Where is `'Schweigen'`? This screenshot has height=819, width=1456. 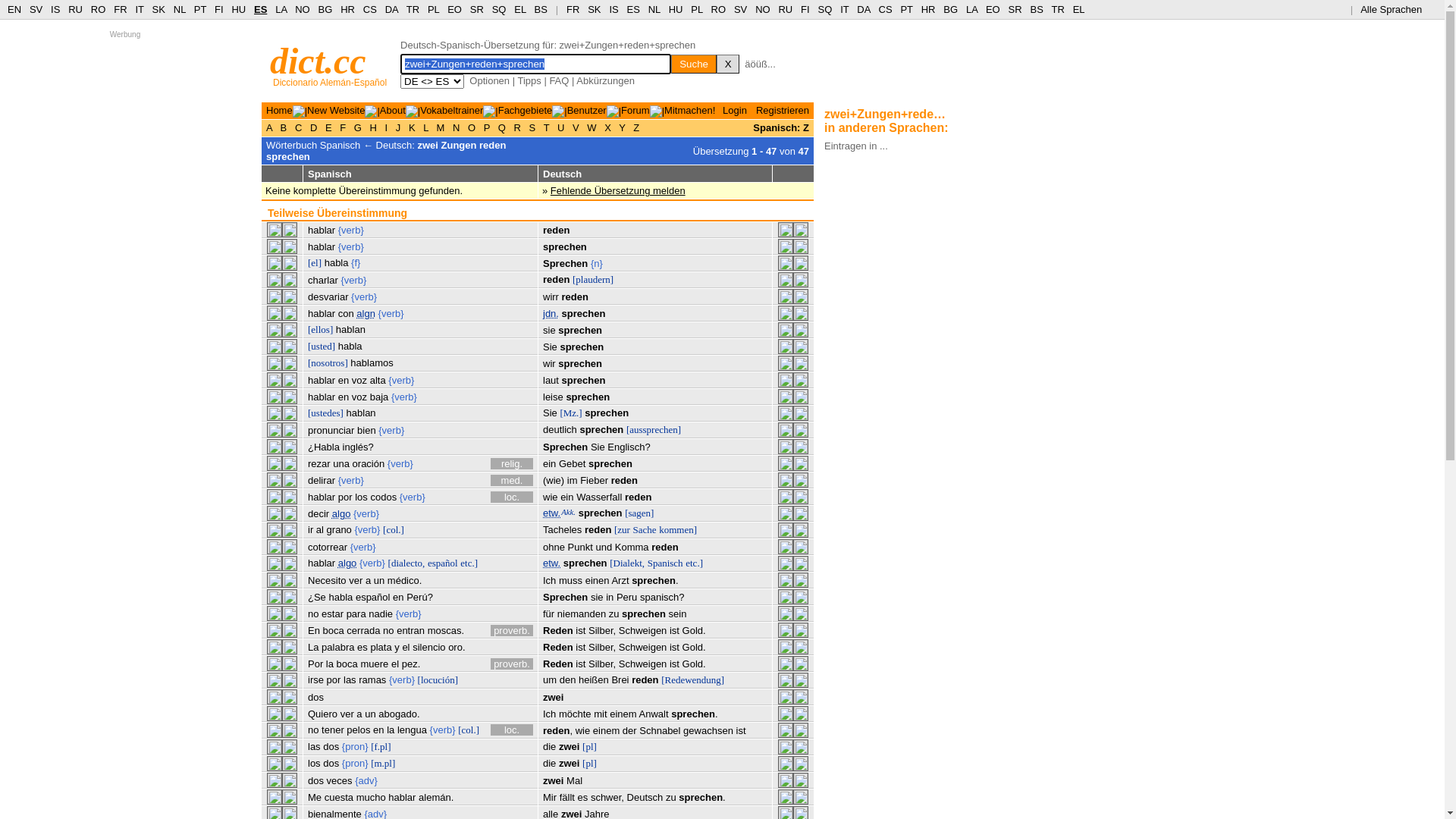
'Schweigen' is located at coordinates (643, 647).